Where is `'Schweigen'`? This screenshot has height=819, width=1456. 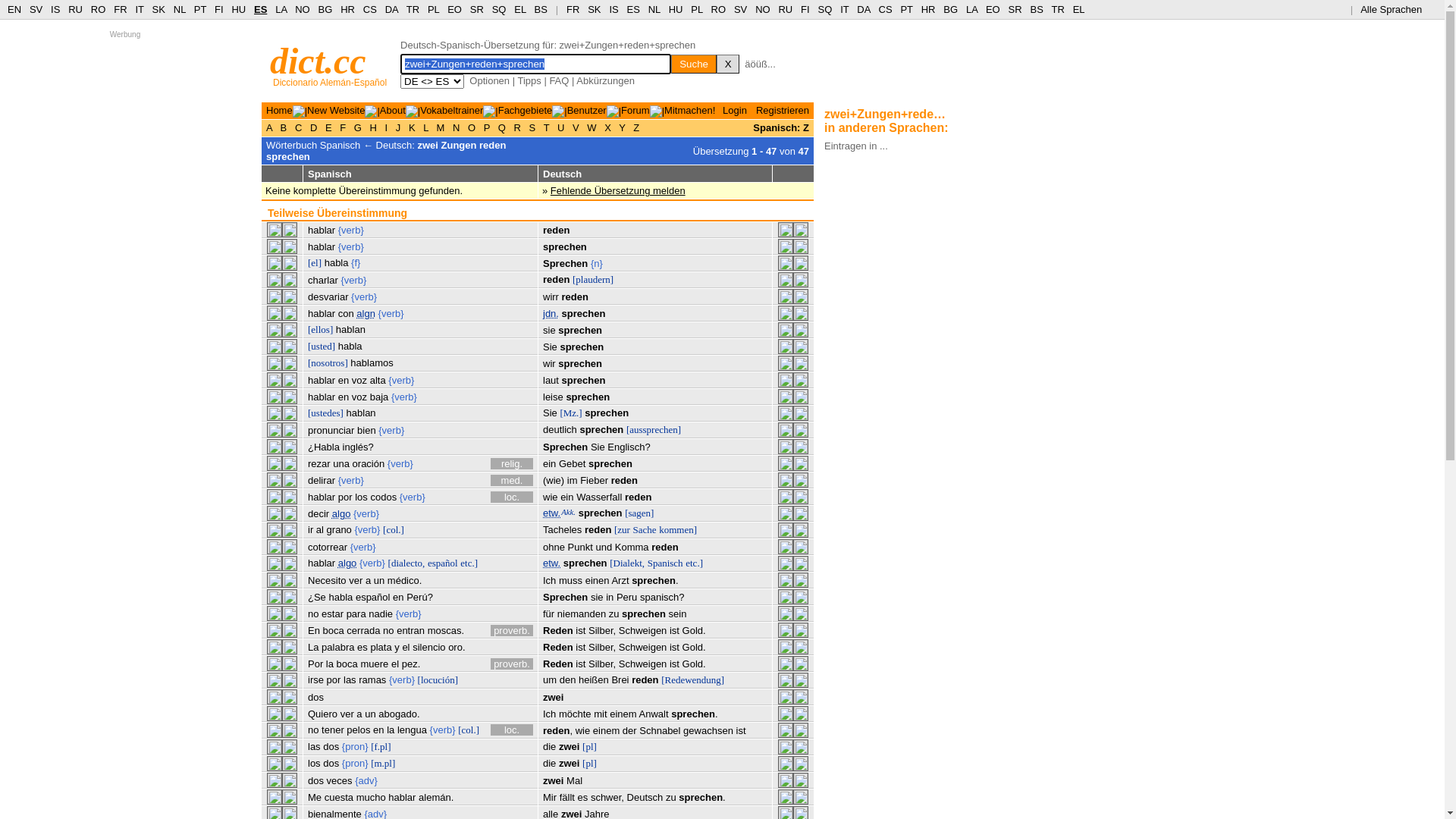
'Schweigen' is located at coordinates (643, 647).